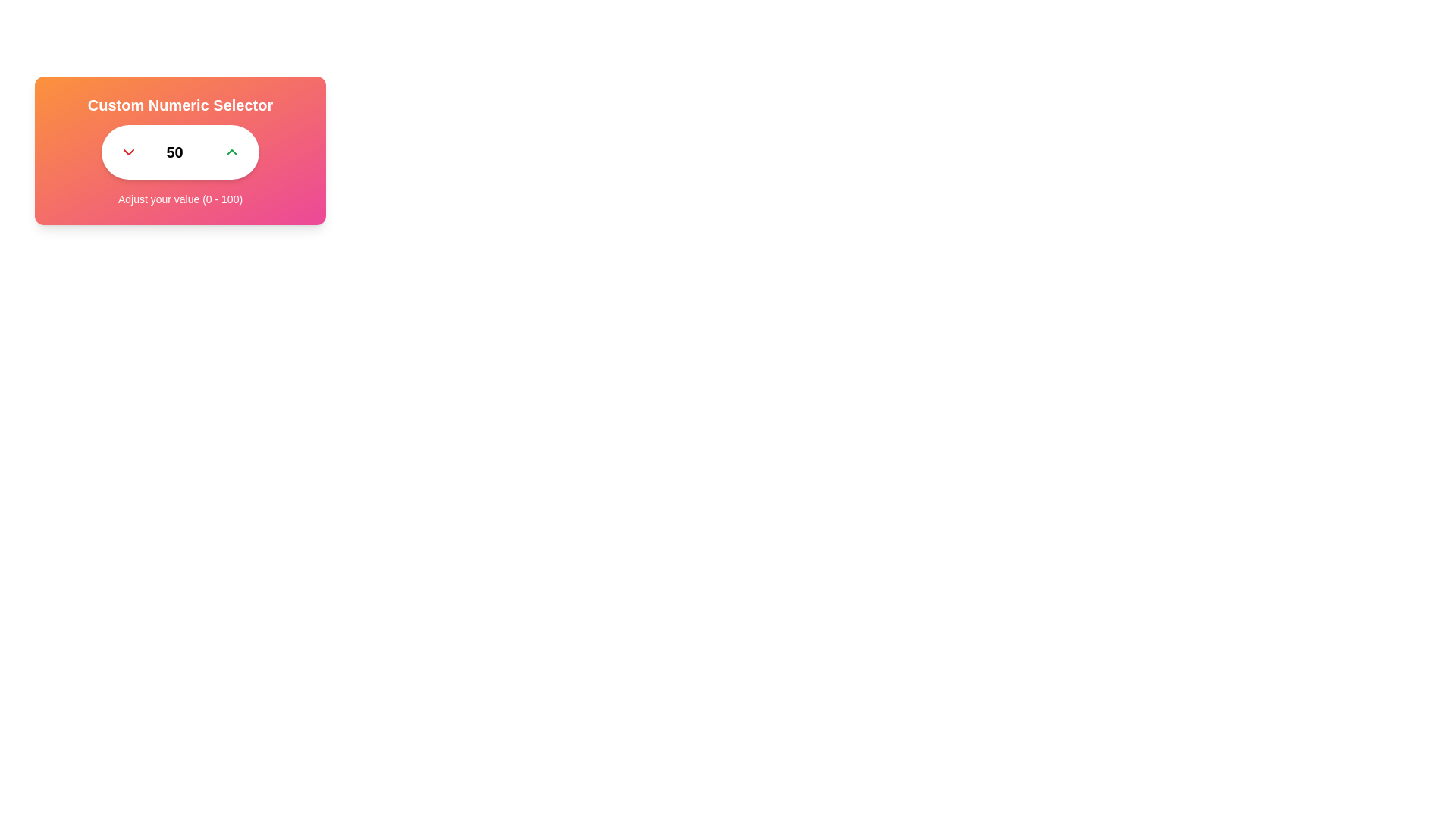 Image resolution: width=1456 pixels, height=819 pixels. I want to click on the static text label displaying 'Adjust your value (0 - 100)' which is styled in white against a gradient background, located at the bottom of the visual card, so click(180, 198).